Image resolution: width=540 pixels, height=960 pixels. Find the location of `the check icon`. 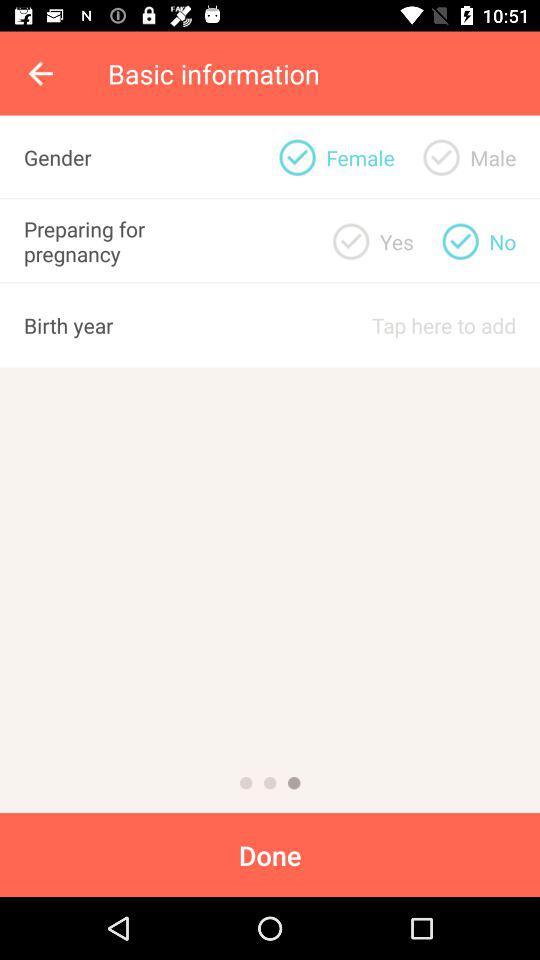

the check icon is located at coordinates (441, 156).